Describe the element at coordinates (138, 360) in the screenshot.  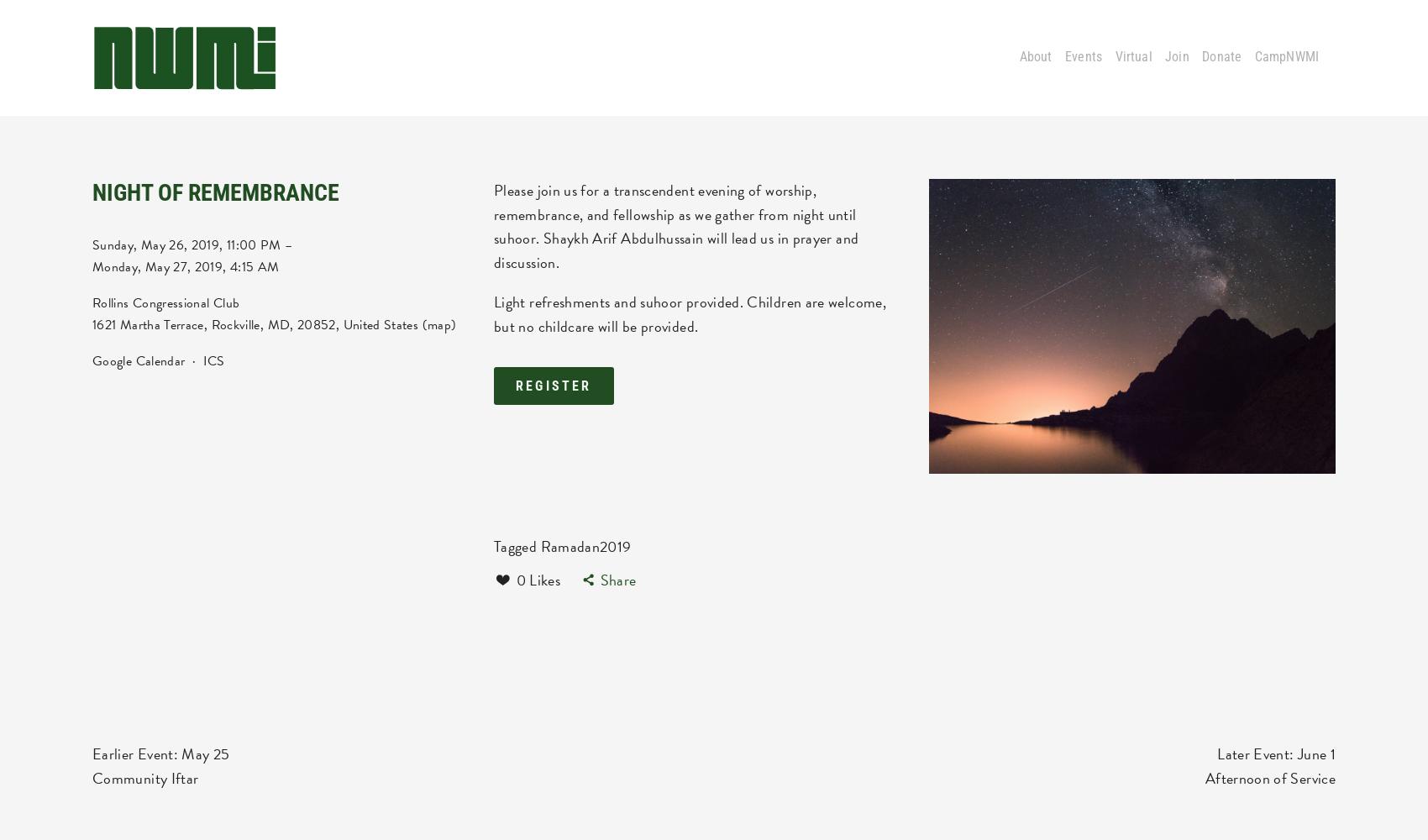
I see `'Google Calendar'` at that location.